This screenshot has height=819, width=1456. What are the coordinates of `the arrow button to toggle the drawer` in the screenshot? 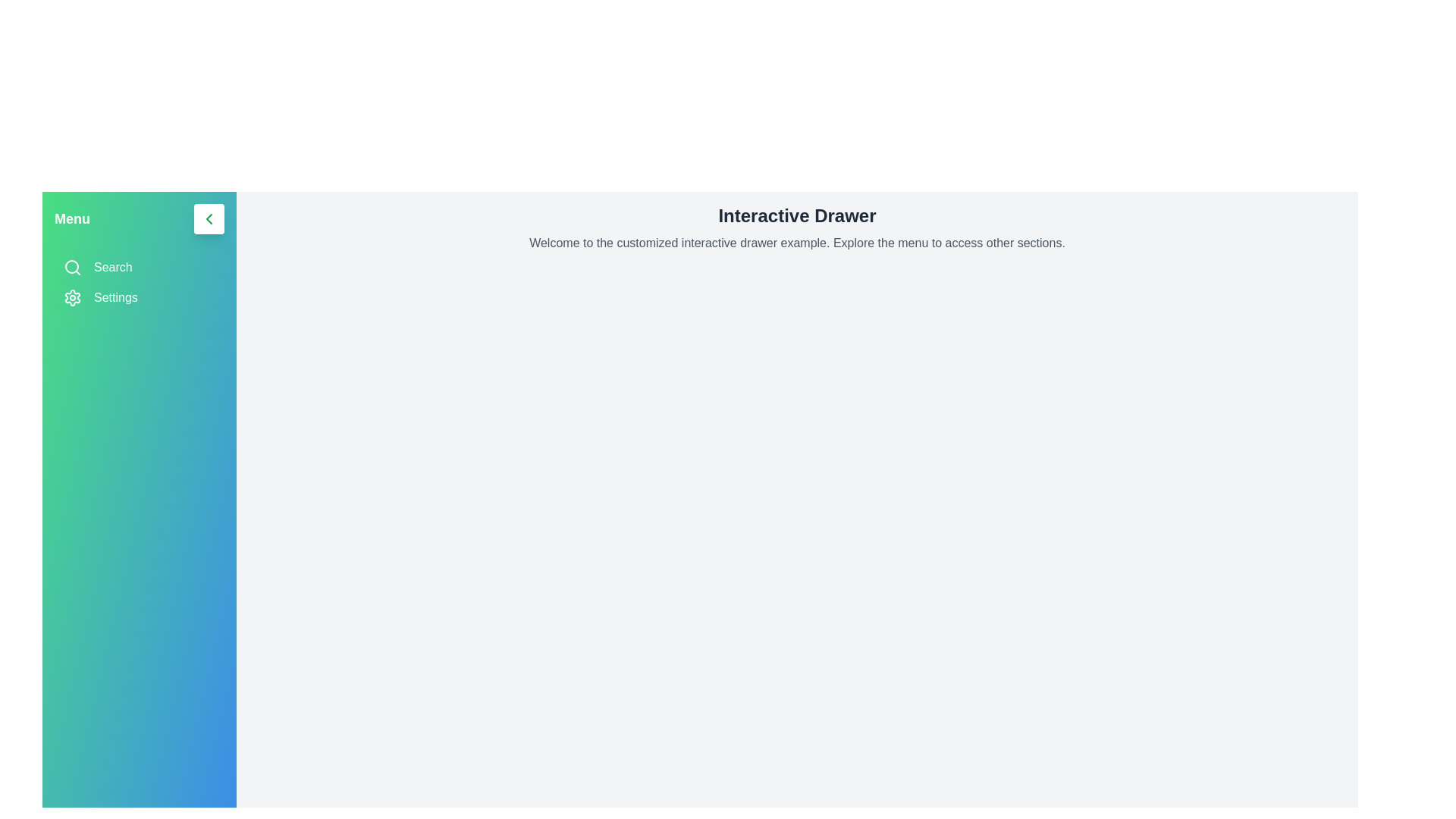 It's located at (208, 219).